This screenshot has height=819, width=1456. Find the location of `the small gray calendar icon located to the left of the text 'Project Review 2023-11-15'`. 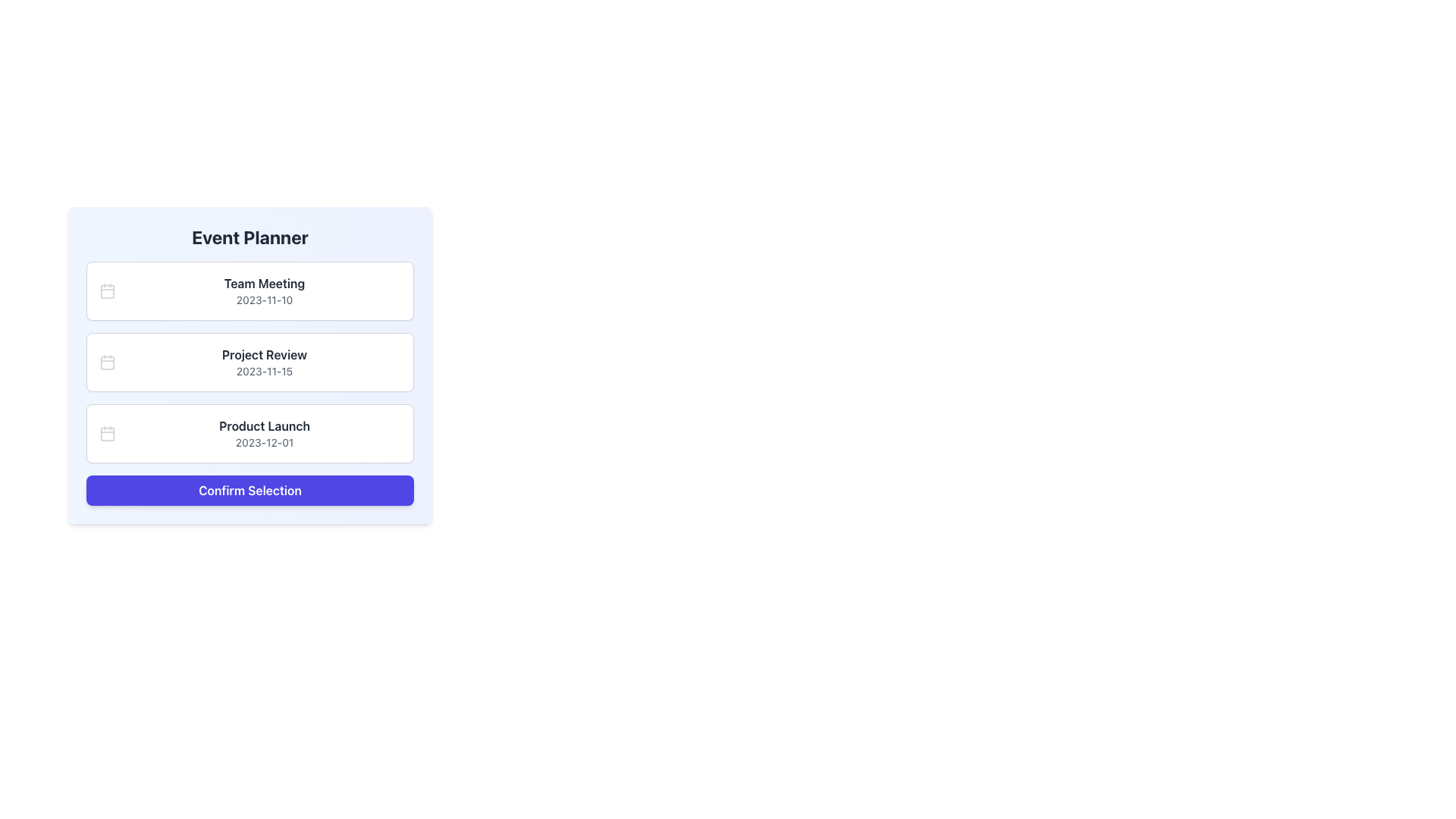

the small gray calendar icon located to the left of the text 'Project Review 2023-11-15' is located at coordinates (107, 362).